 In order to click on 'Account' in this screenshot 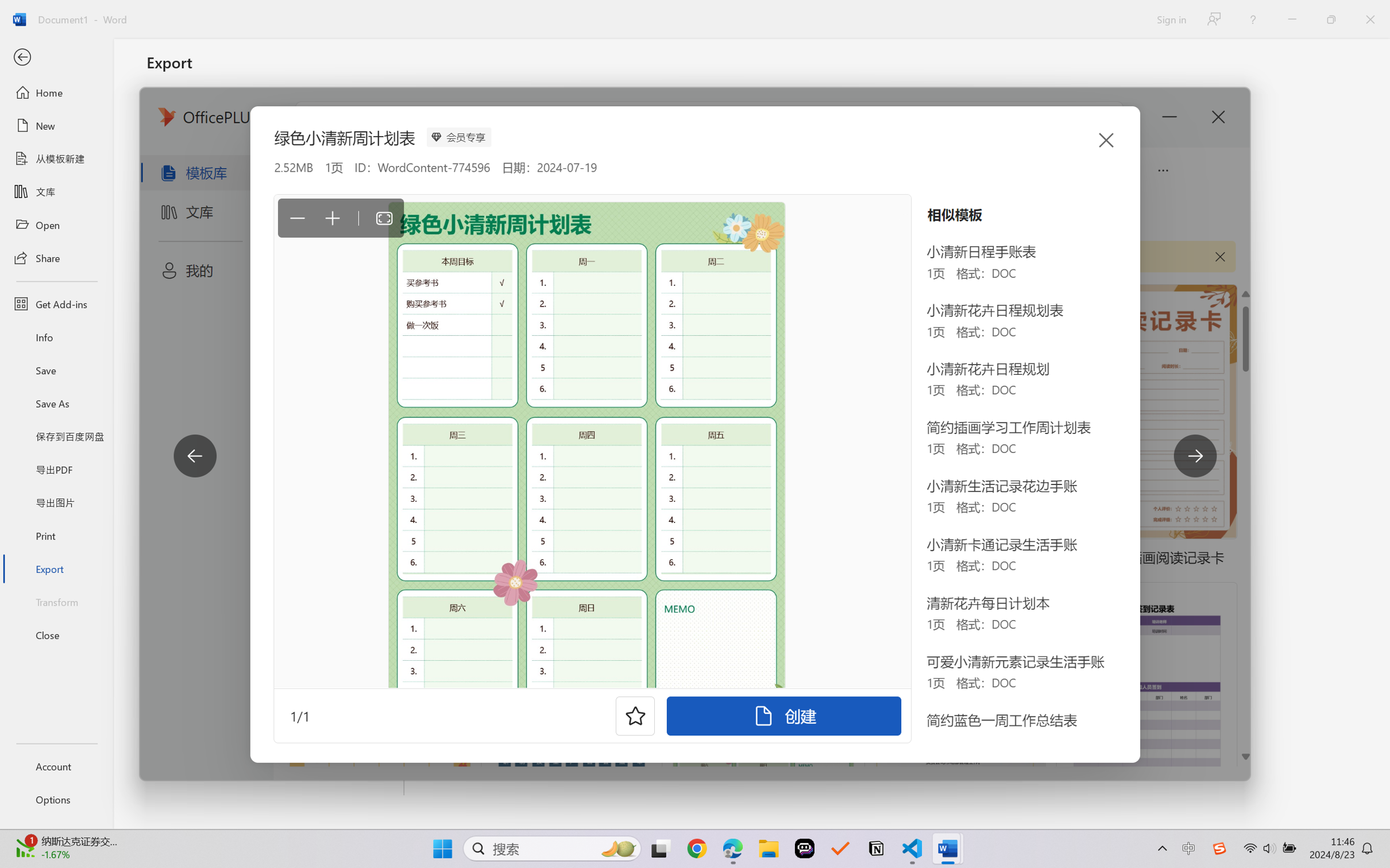, I will do `click(56, 766)`.